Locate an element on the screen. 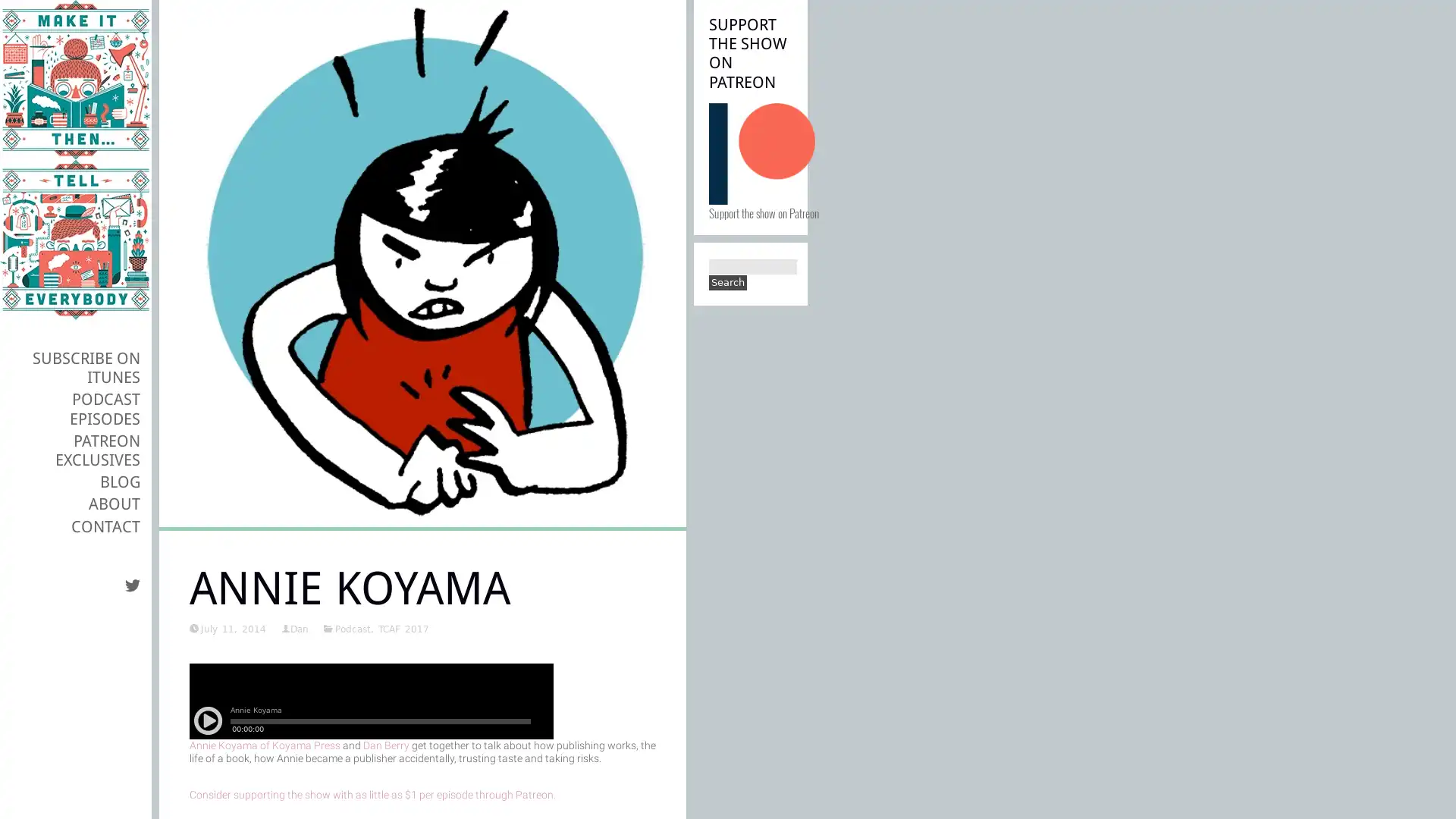 This screenshot has height=819, width=1456. Search is located at coordinates (728, 283).